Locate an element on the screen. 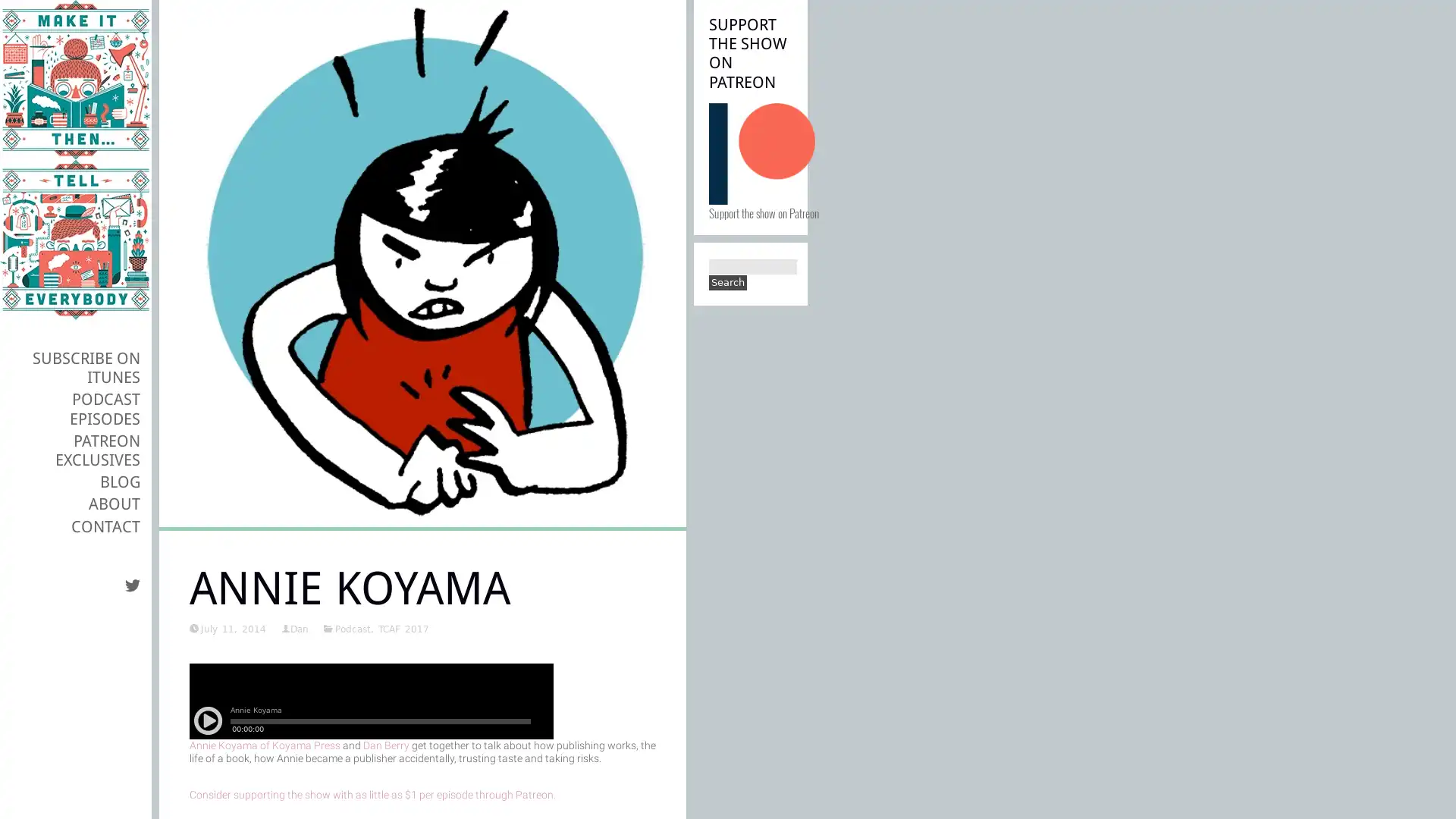 This screenshot has height=819, width=1456. Search is located at coordinates (728, 283).